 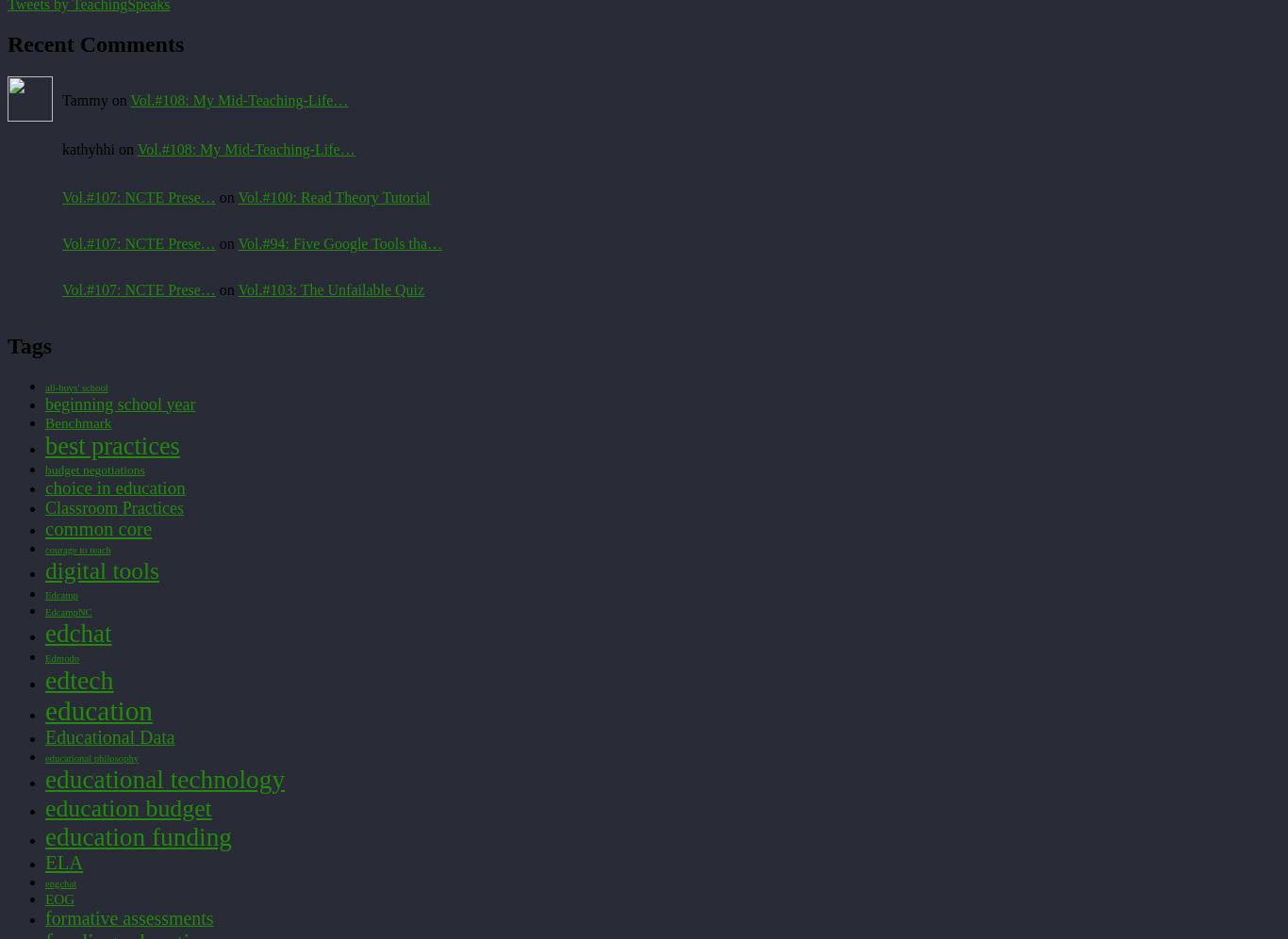 What do you see at coordinates (68, 610) in the screenshot?
I see `'EdcampNC'` at bounding box center [68, 610].